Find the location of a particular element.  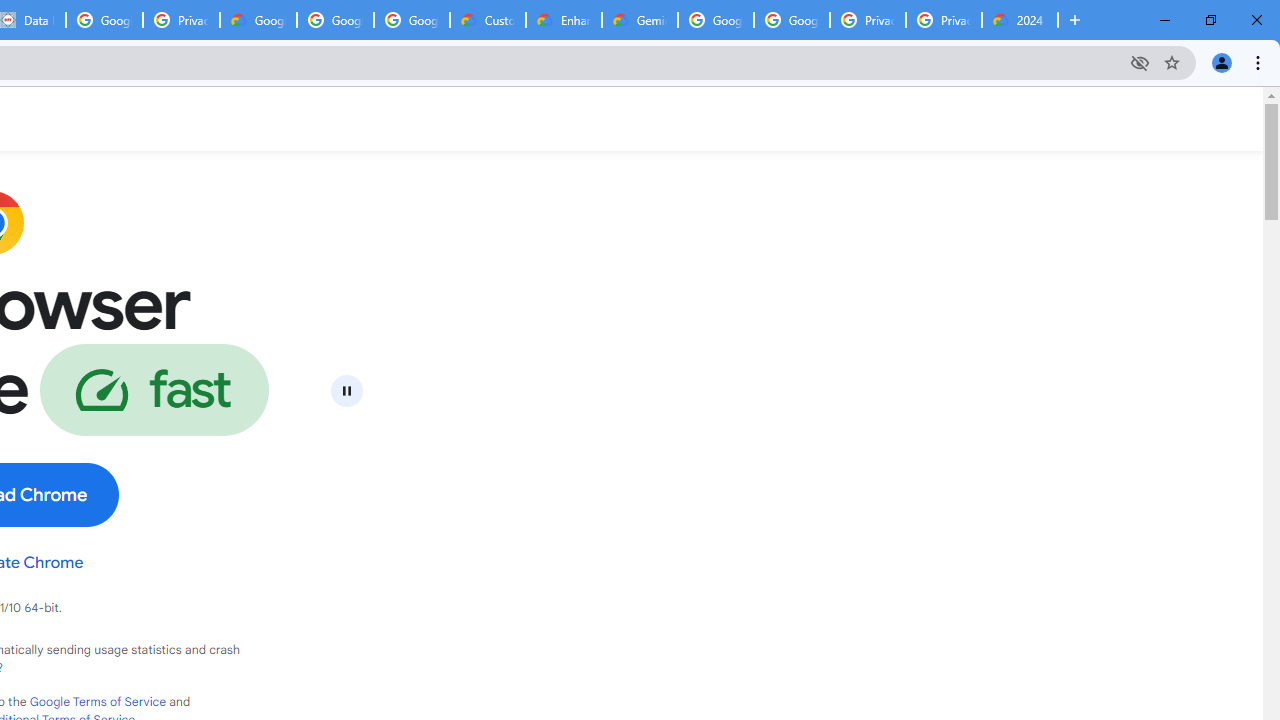

'Play/Pause animation' is located at coordinates (346, 390).